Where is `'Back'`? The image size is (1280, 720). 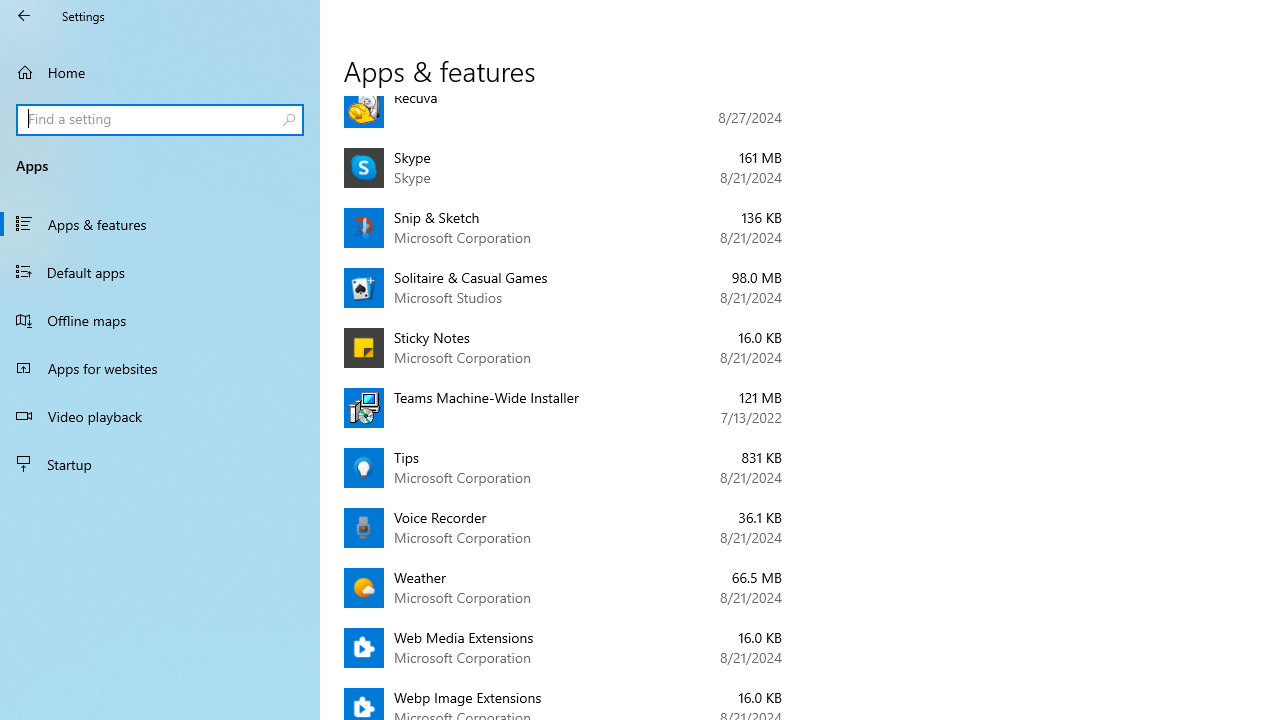 'Back' is located at coordinates (24, 15).